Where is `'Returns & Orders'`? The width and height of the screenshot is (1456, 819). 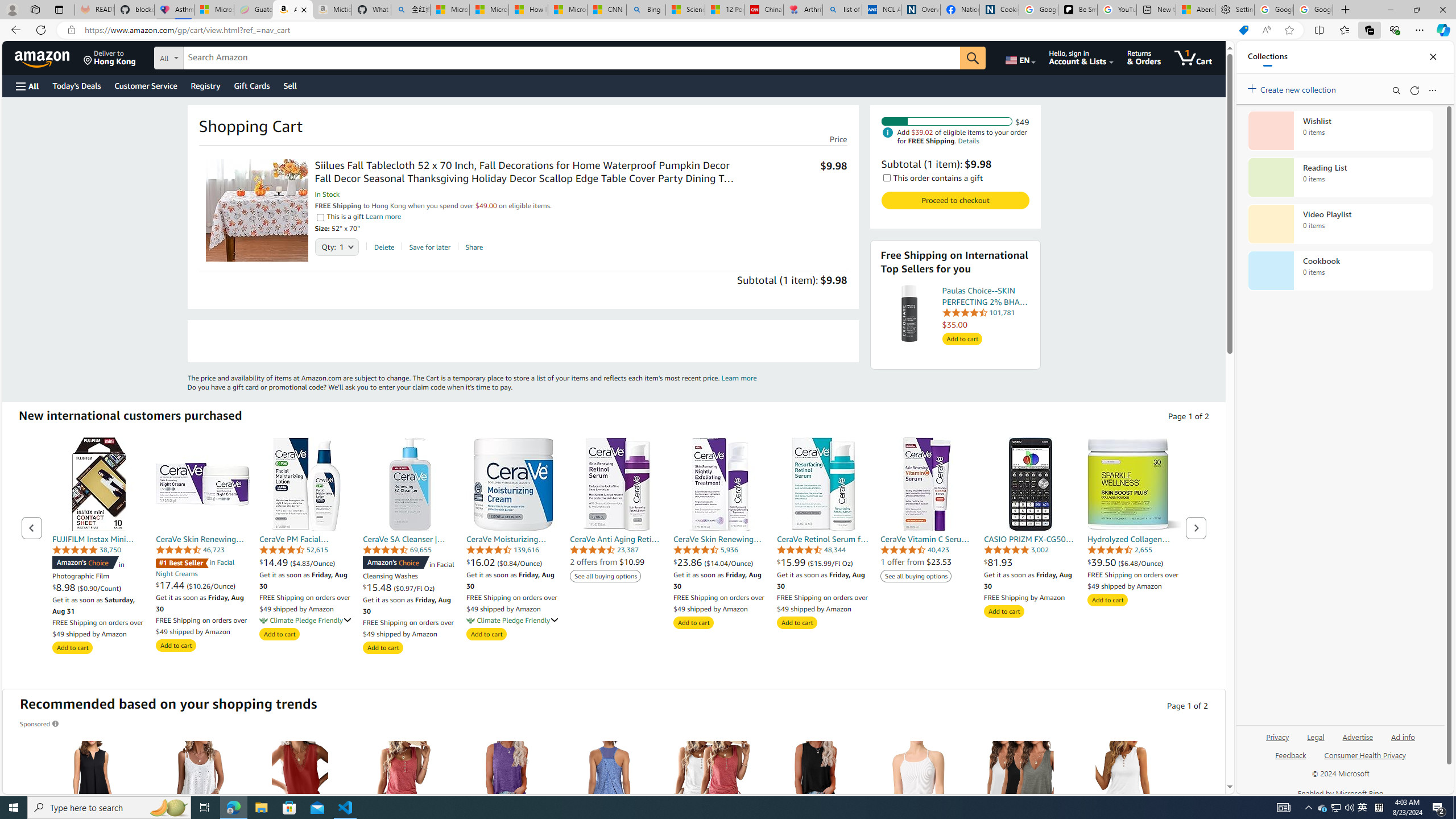
'Returns & Orders' is located at coordinates (1144, 57).